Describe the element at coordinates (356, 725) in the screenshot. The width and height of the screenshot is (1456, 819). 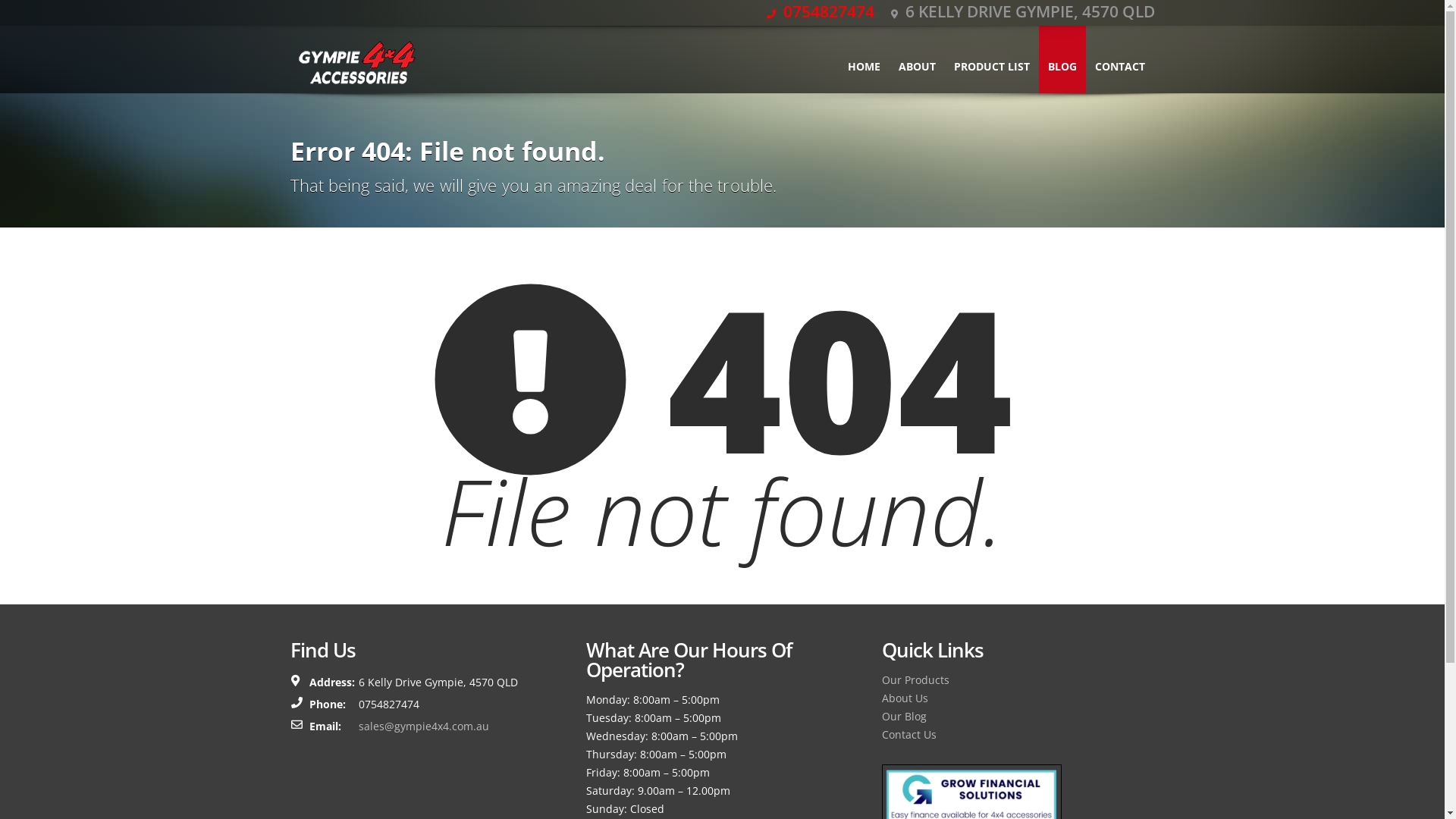
I see `'sales@gympie4x4.com.au'` at that location.